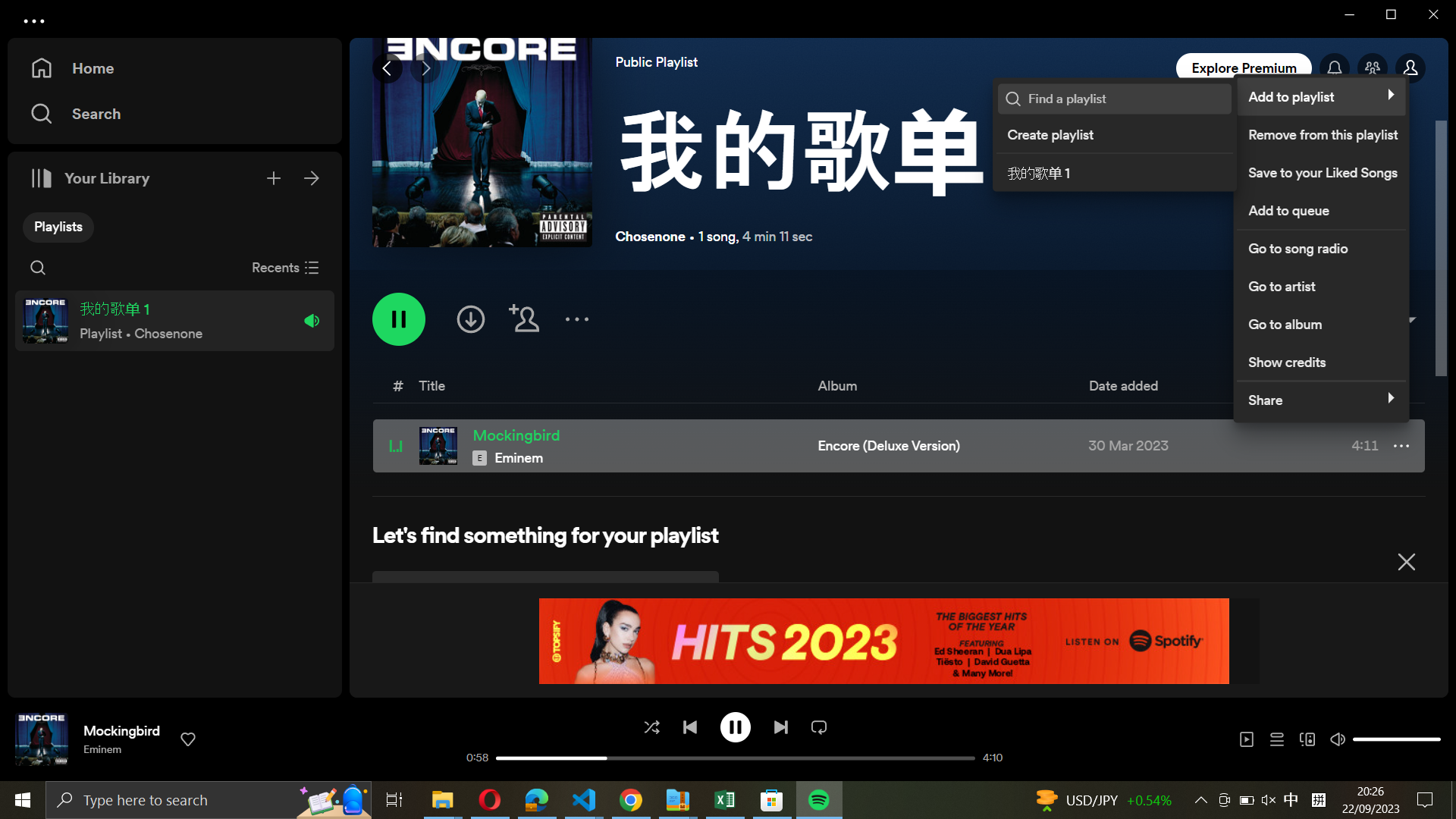  Describe the element at coordinates (1317, 320) in the screenshot. I see `Go to the album` at that location.